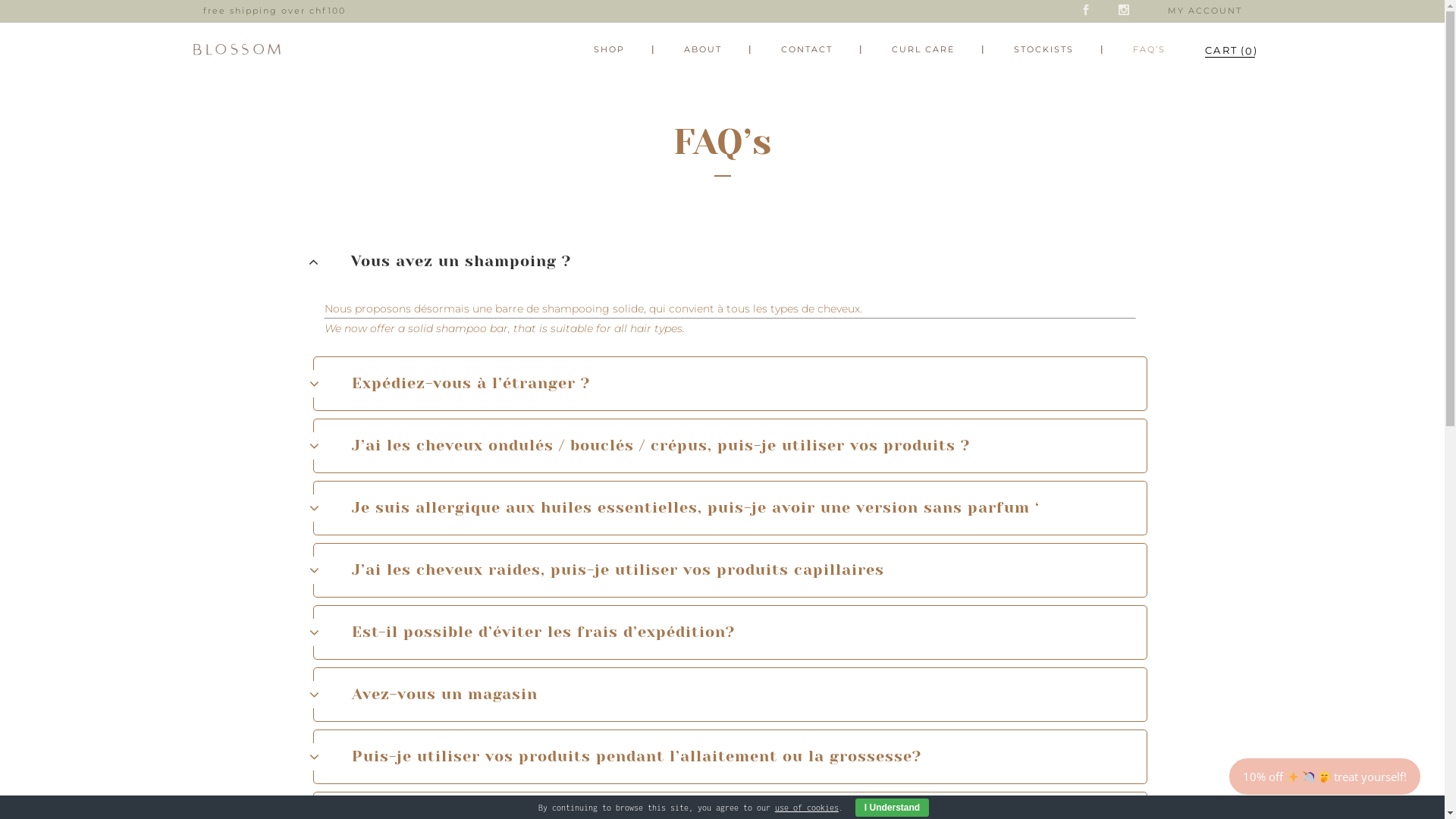  Describe the element at coordinates (1220, 49) in the screenshot. I see `'0'` at that location.